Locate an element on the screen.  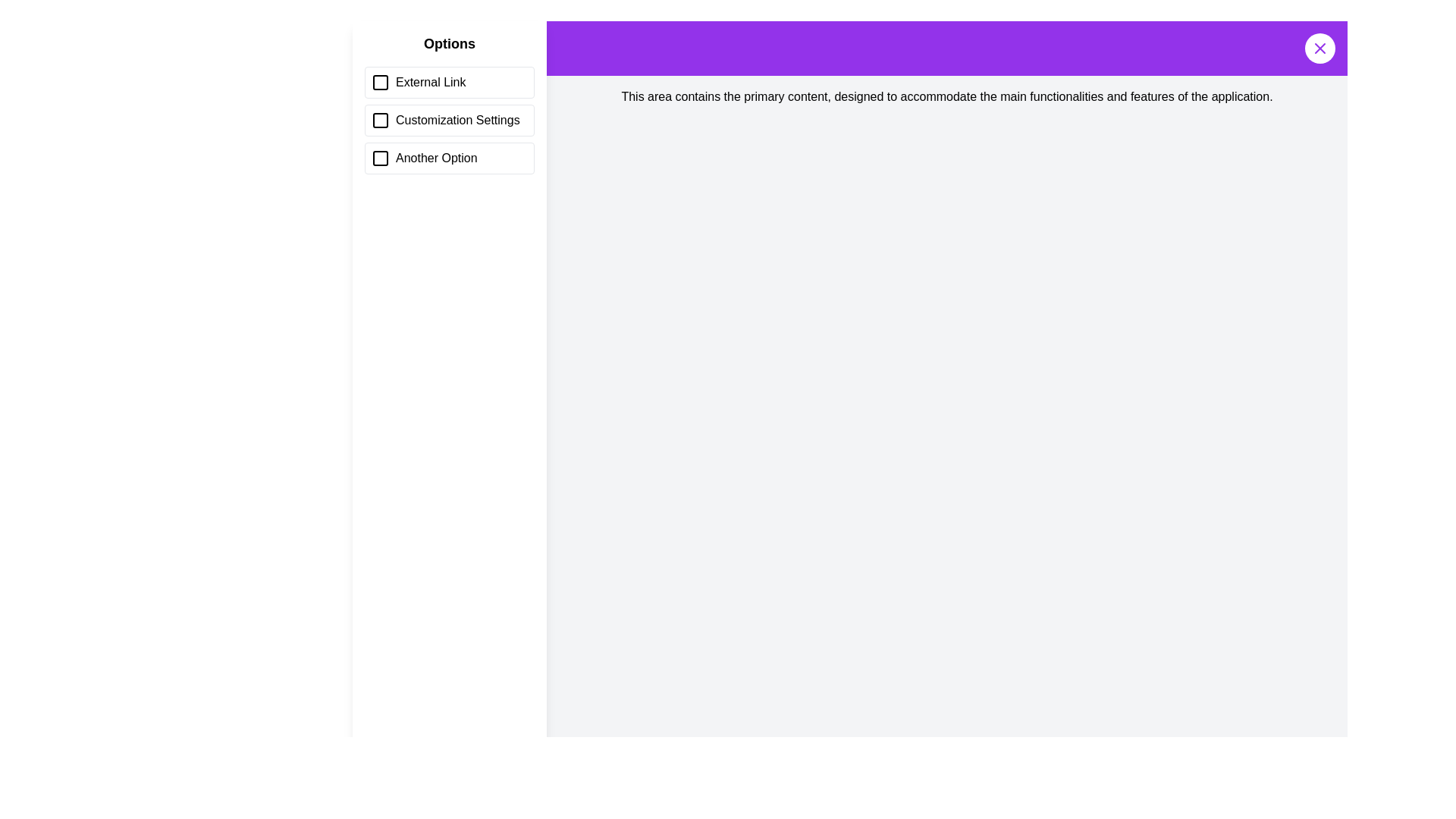
the square-shaped outline icon located next to the text 'External Link' in the left-side panel under 'Options' is located at coordinates (381, 82).